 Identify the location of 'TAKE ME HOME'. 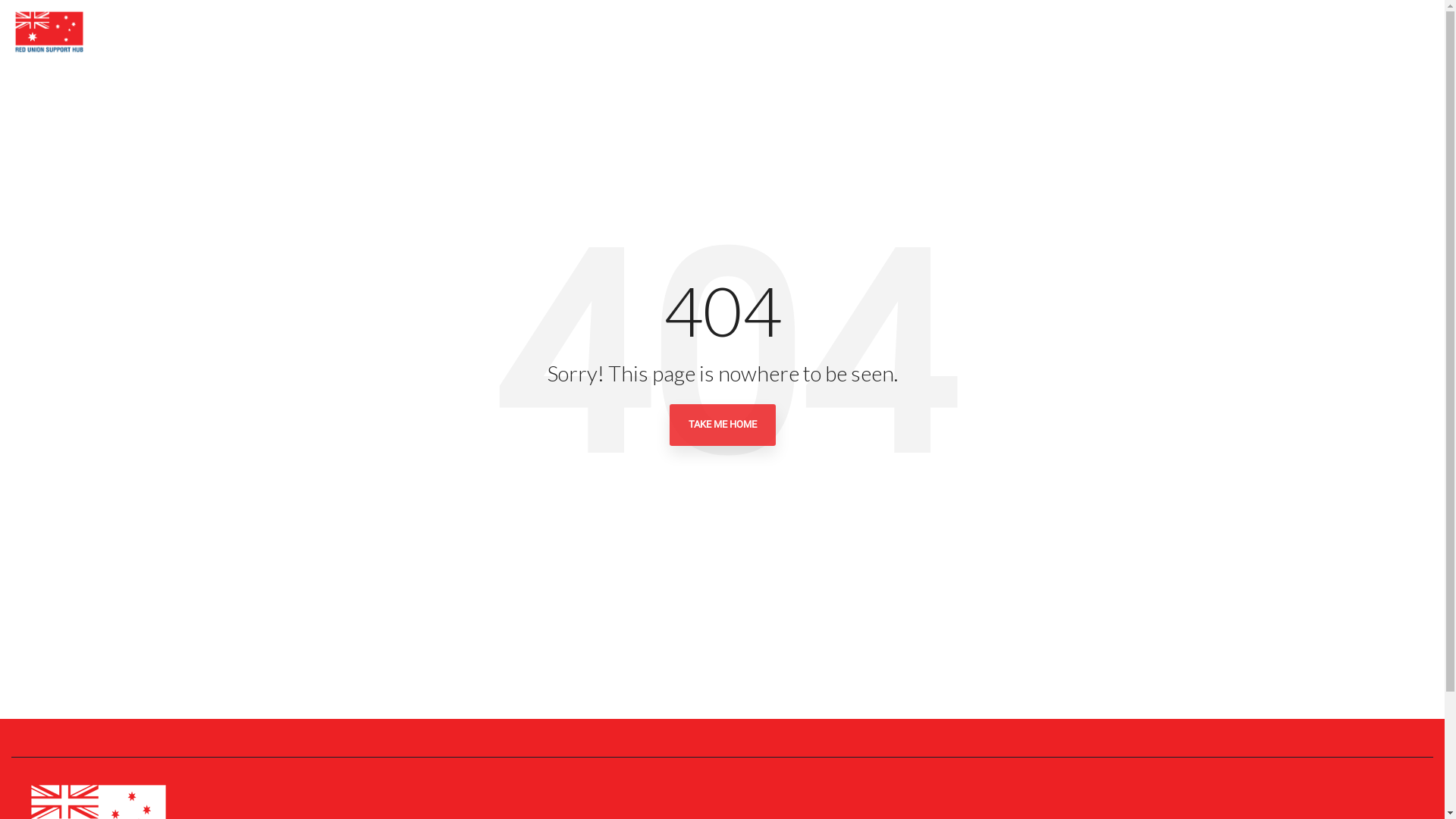
(720, 425).